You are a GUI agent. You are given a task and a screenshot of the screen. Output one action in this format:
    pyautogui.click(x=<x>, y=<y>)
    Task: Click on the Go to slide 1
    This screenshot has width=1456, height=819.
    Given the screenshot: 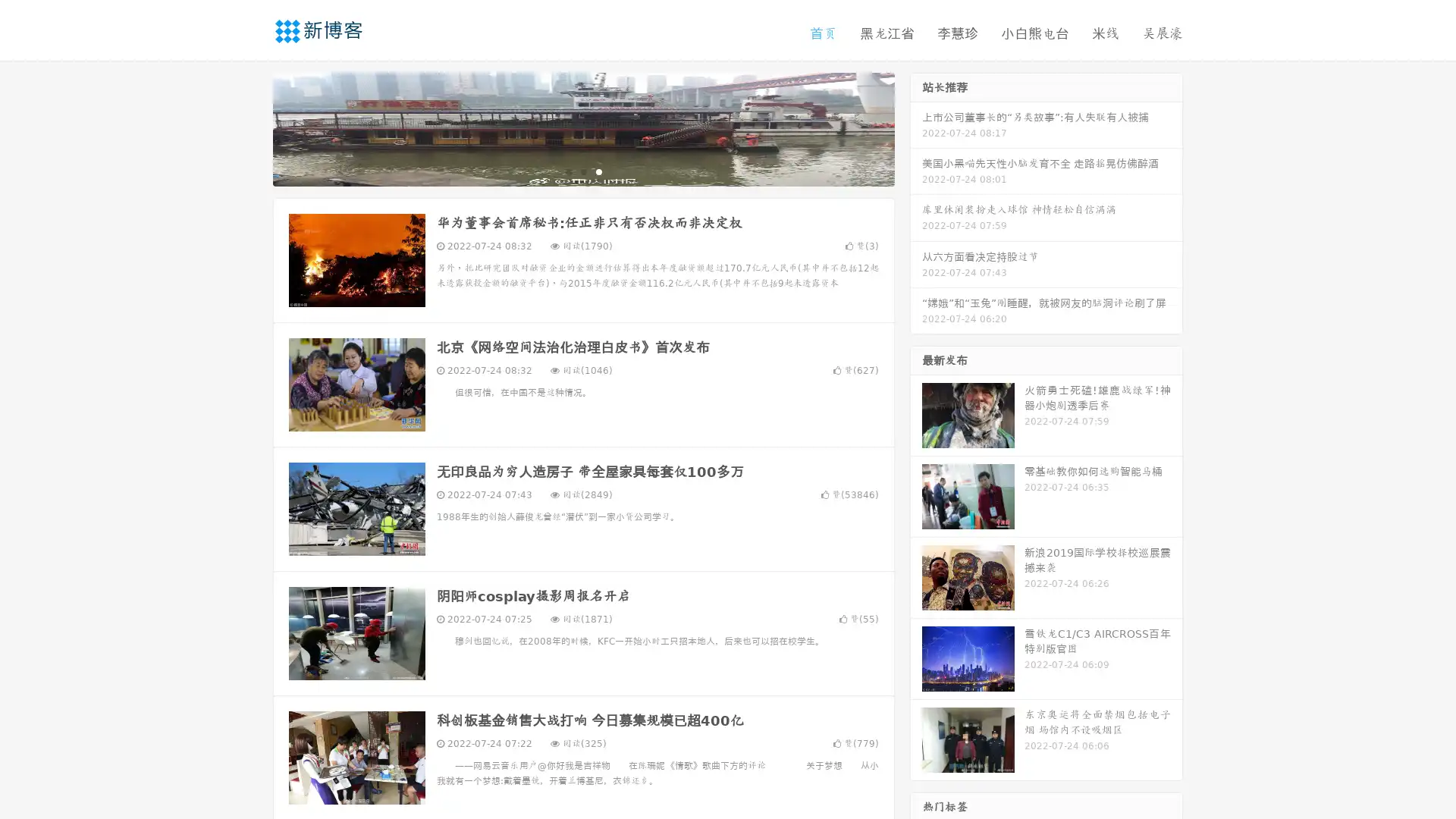 What is the action you would take?
    pyautogui.click(x=567, y=171)
    